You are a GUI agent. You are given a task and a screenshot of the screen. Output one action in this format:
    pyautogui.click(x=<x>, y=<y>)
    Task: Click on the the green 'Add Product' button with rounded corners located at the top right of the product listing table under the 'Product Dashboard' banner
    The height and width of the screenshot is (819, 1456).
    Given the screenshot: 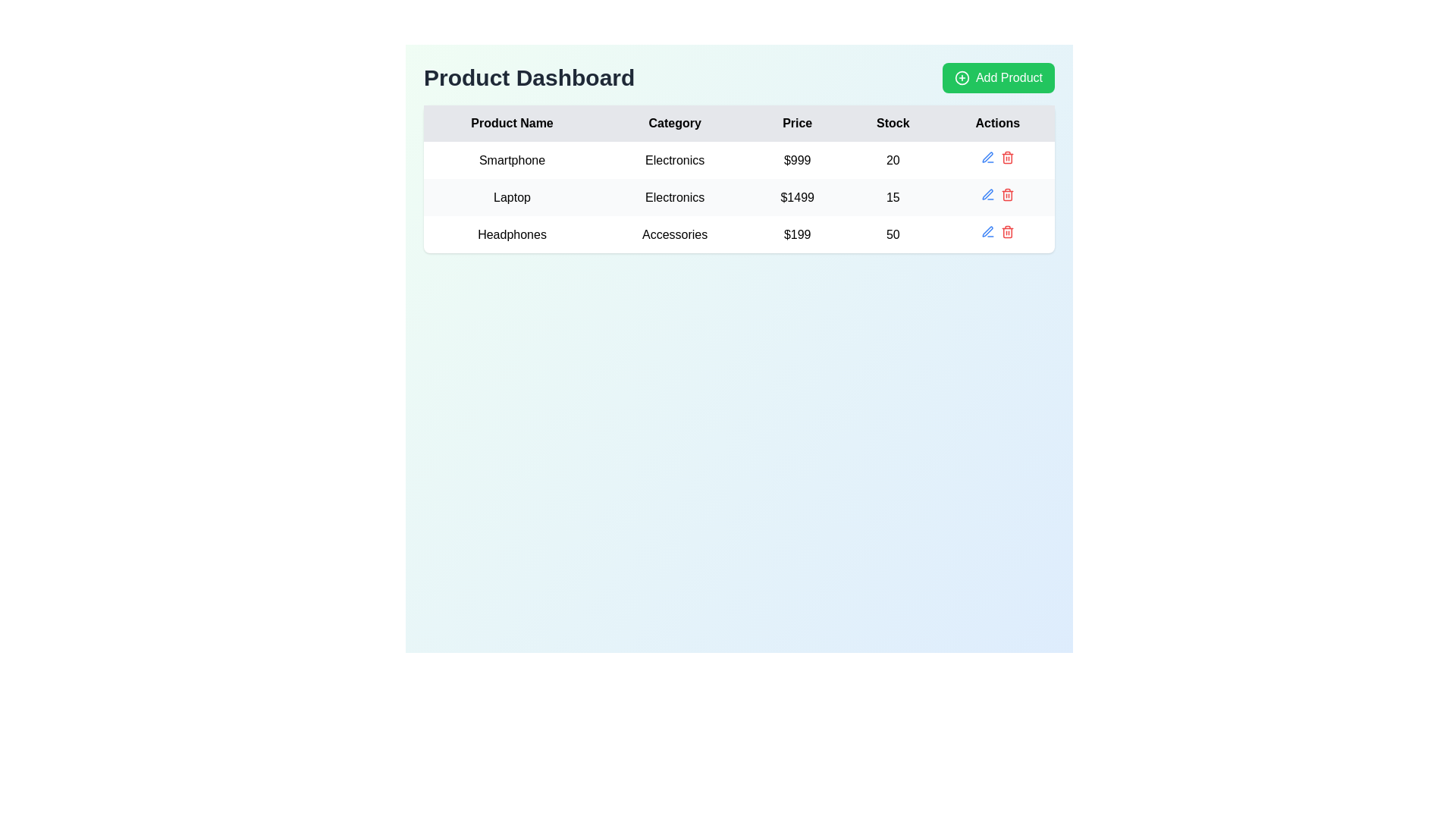 What is the action you would take?
    pyautogui.click(x=998, y=78)
    